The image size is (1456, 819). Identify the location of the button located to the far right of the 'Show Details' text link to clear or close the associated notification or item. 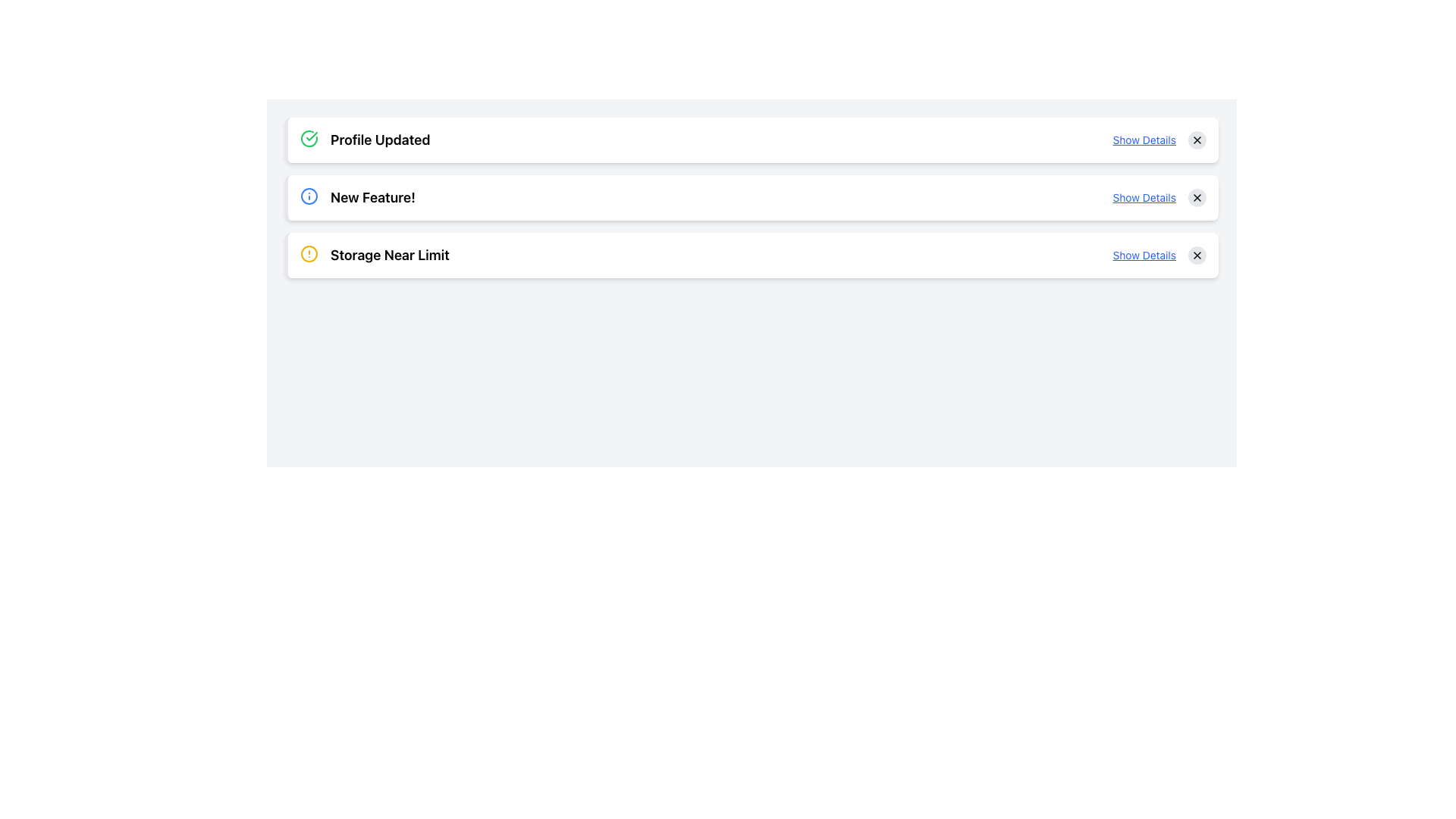
(1197, 140).